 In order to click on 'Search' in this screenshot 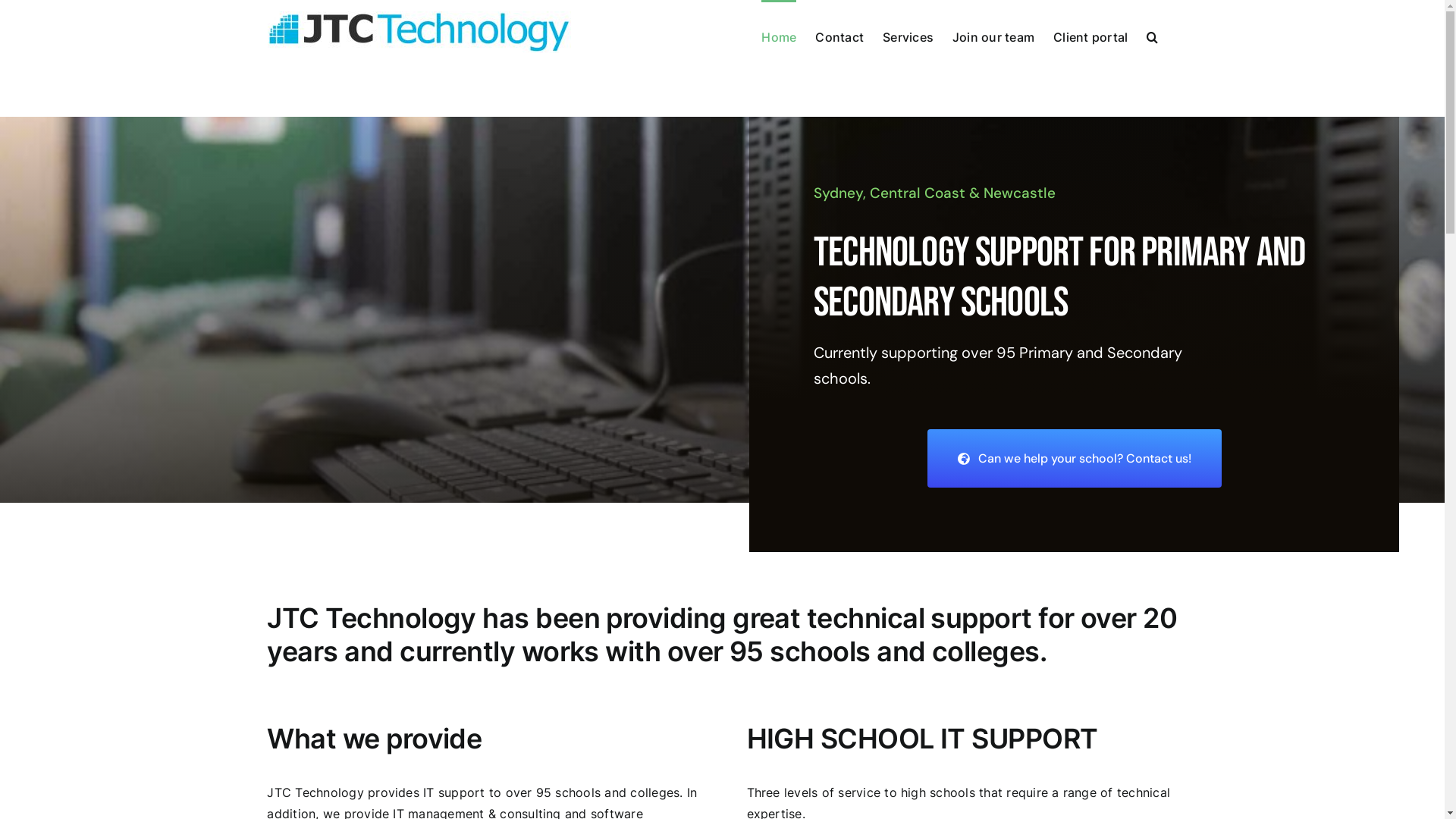, I will do `click(1152, 34)`.